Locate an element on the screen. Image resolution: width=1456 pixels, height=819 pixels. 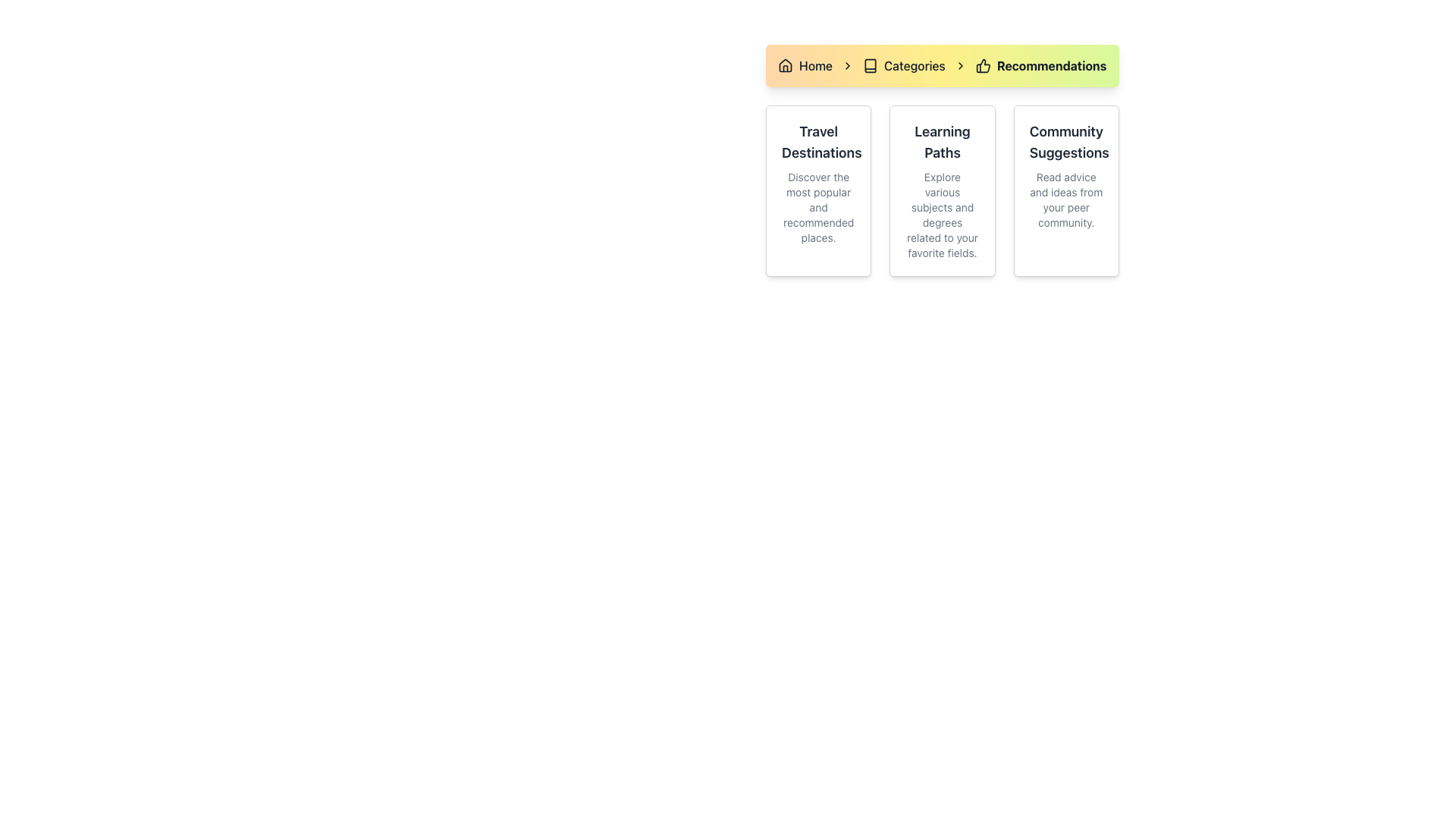
the 'Categories' text element in the breadcrumb navigation bar is located at coordinates (914, 65).